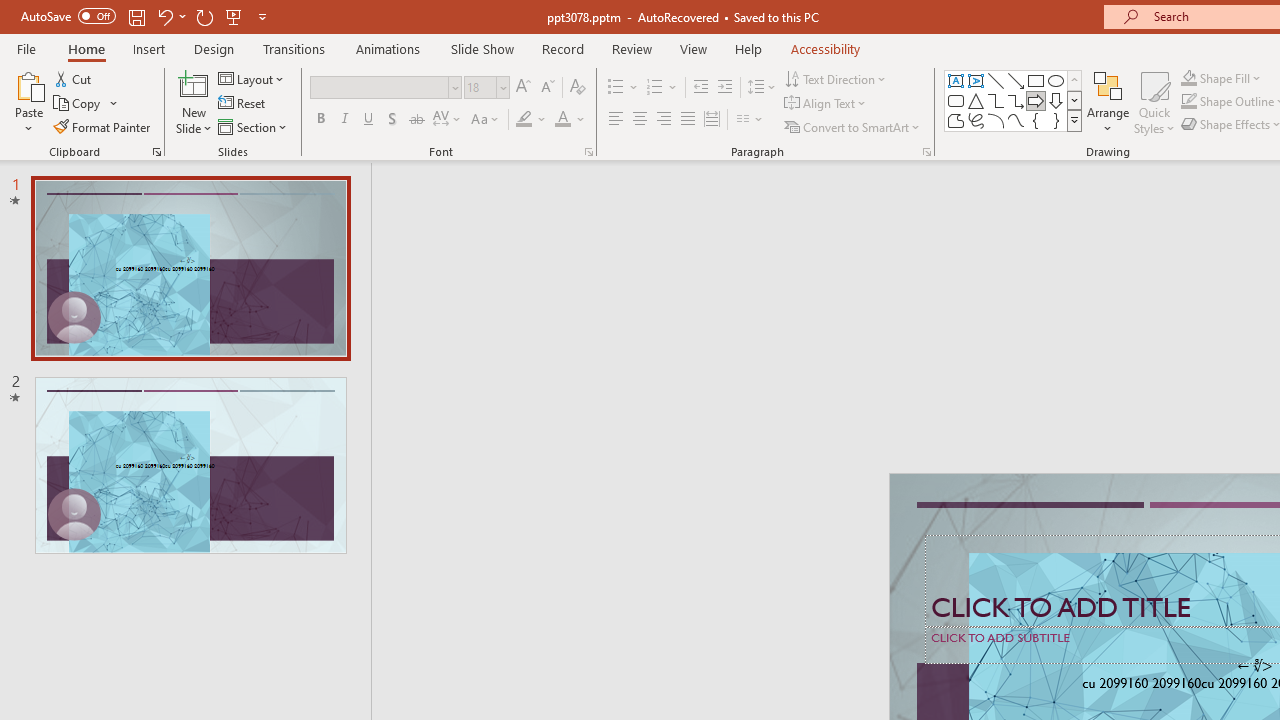  Describe the element at coordinates (1254, 666) in the screenshot. I see `'TextBox 7'` at that location.